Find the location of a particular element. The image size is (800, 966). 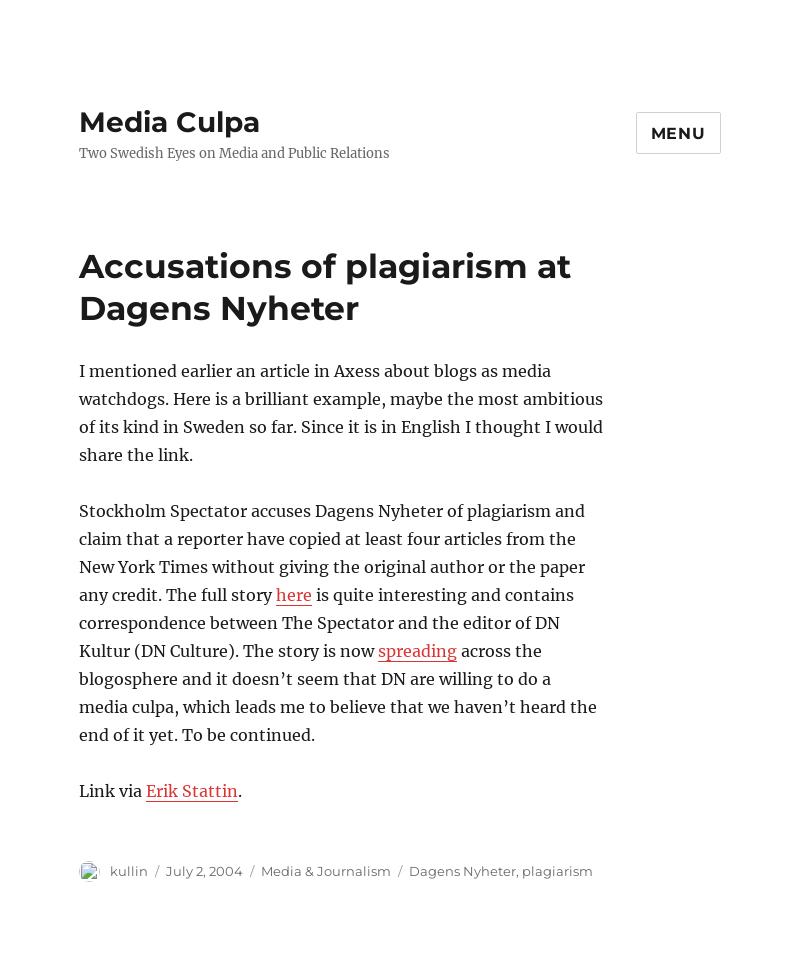

'spreading' is located at coordinates (377, 649).